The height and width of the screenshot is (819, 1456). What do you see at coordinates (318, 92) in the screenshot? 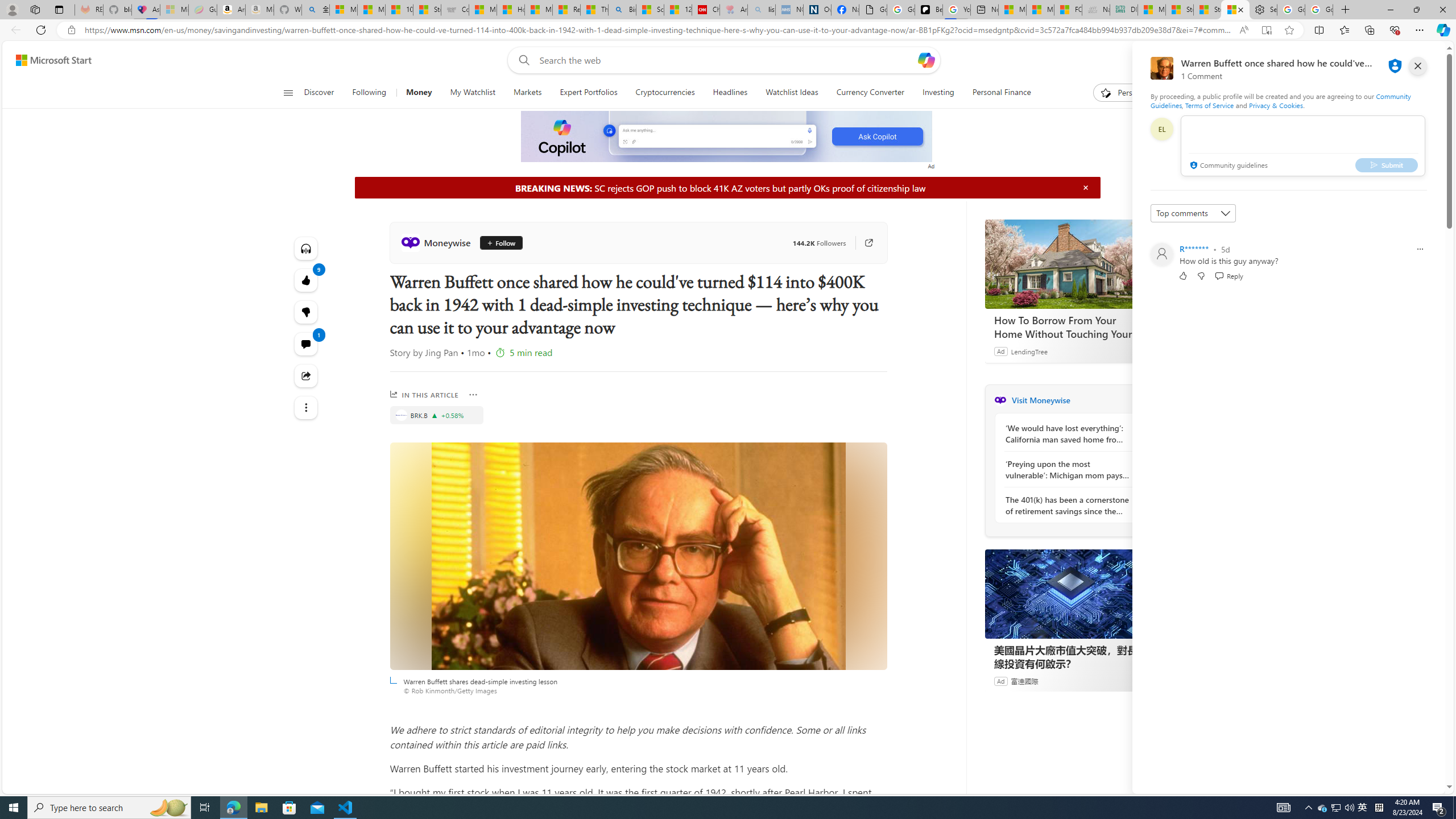
I see `'Discover'` at bounding box center [318, 92].